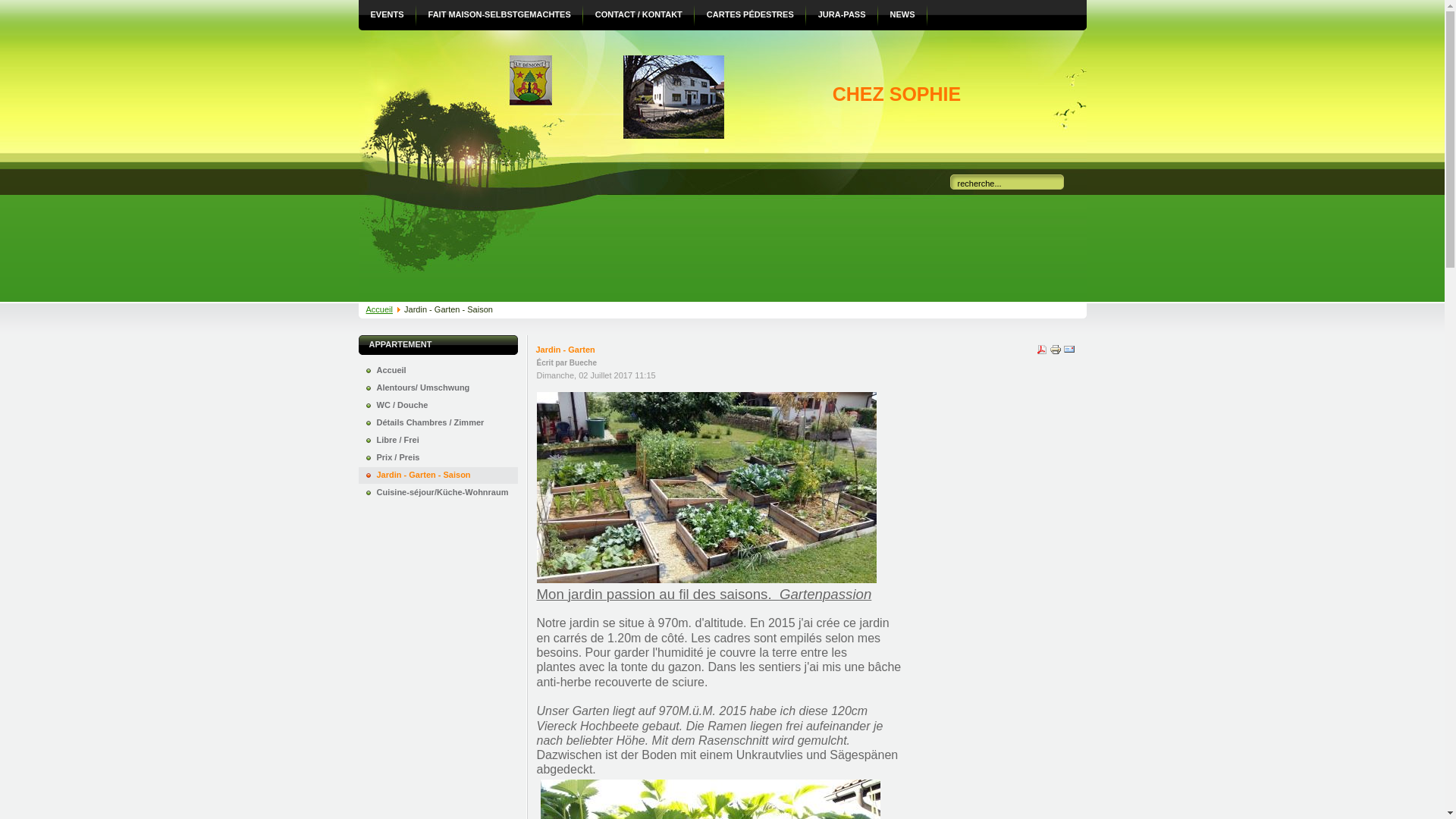 The width and height of the screenshot is (1456, 819). Describe the element at coordinates (1068, 353) in the screenshot. I see `'Envoyer'` at that location.